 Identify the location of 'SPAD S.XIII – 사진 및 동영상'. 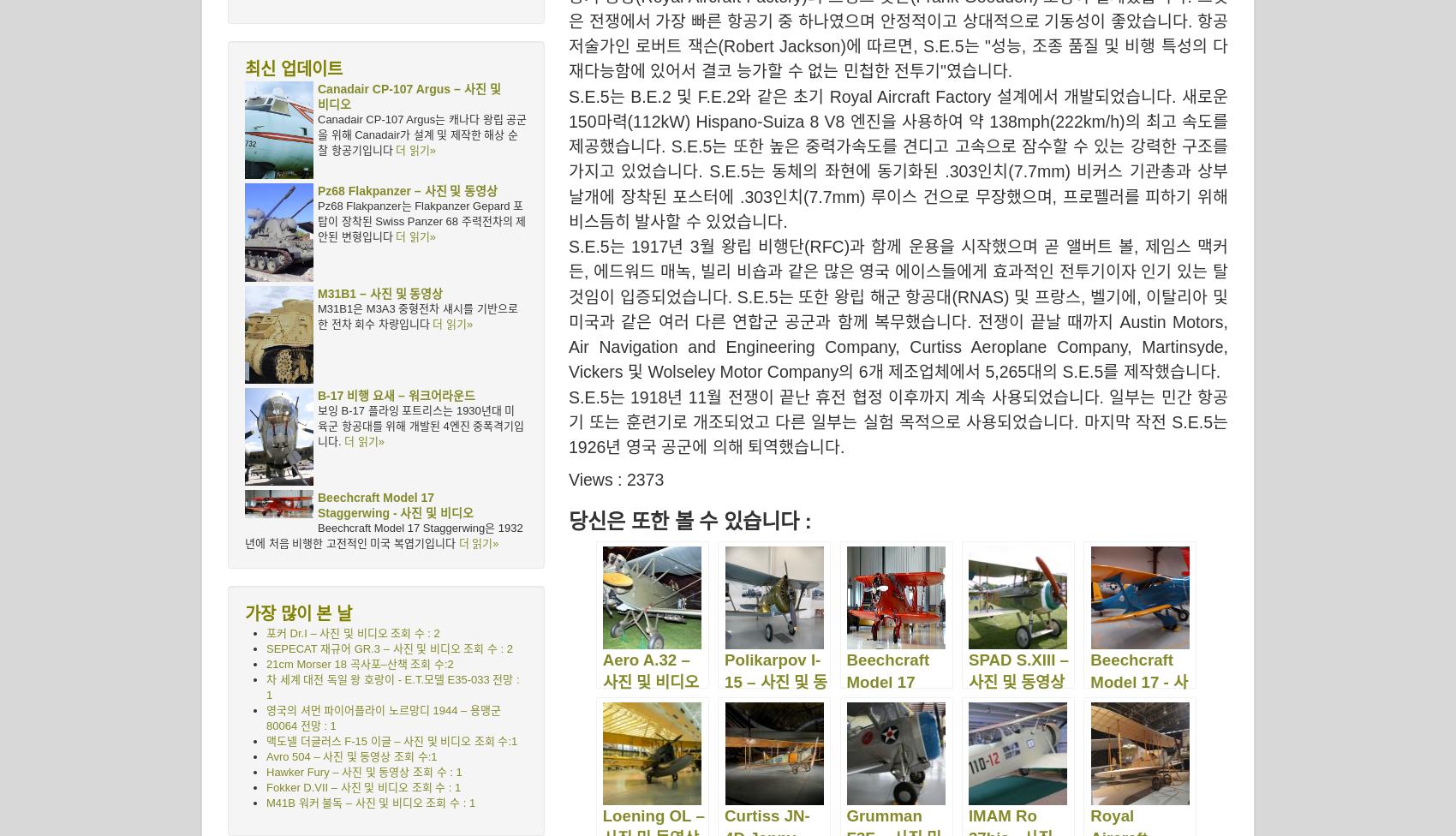
(1017, 671).